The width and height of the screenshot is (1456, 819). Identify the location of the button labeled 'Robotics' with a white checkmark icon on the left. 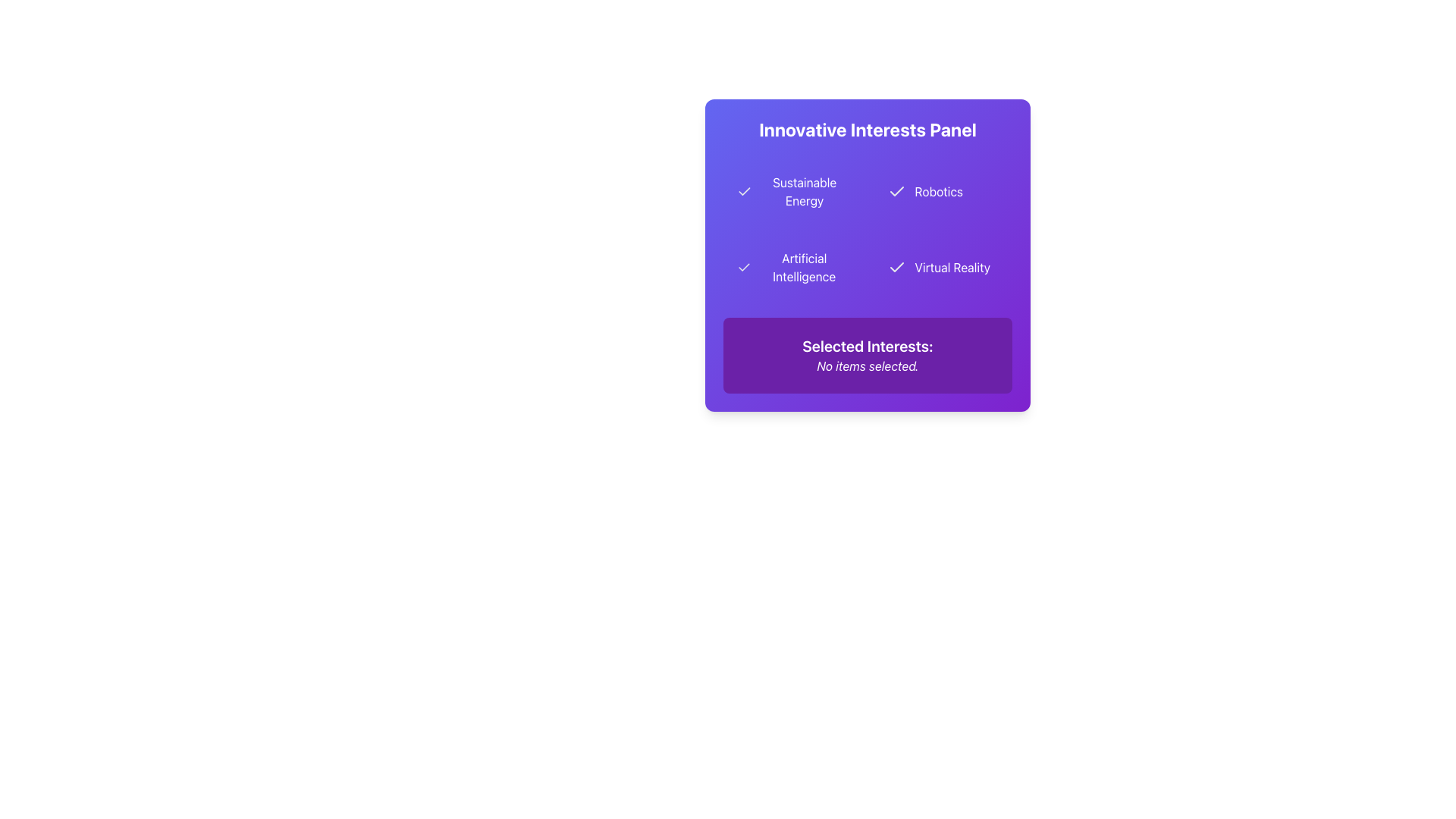
(942, 191).